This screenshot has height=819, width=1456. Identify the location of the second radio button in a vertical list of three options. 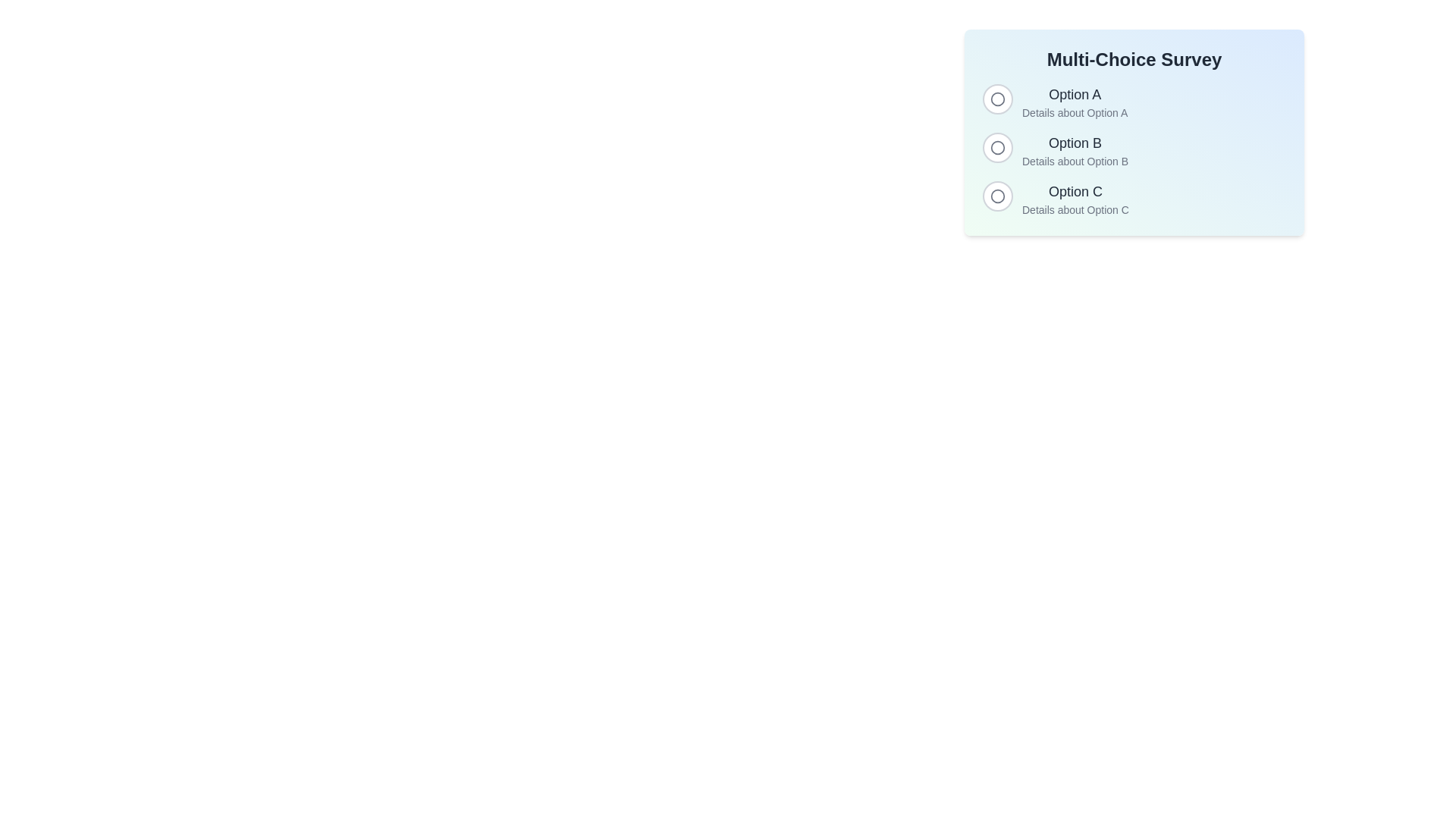
(997, 148).